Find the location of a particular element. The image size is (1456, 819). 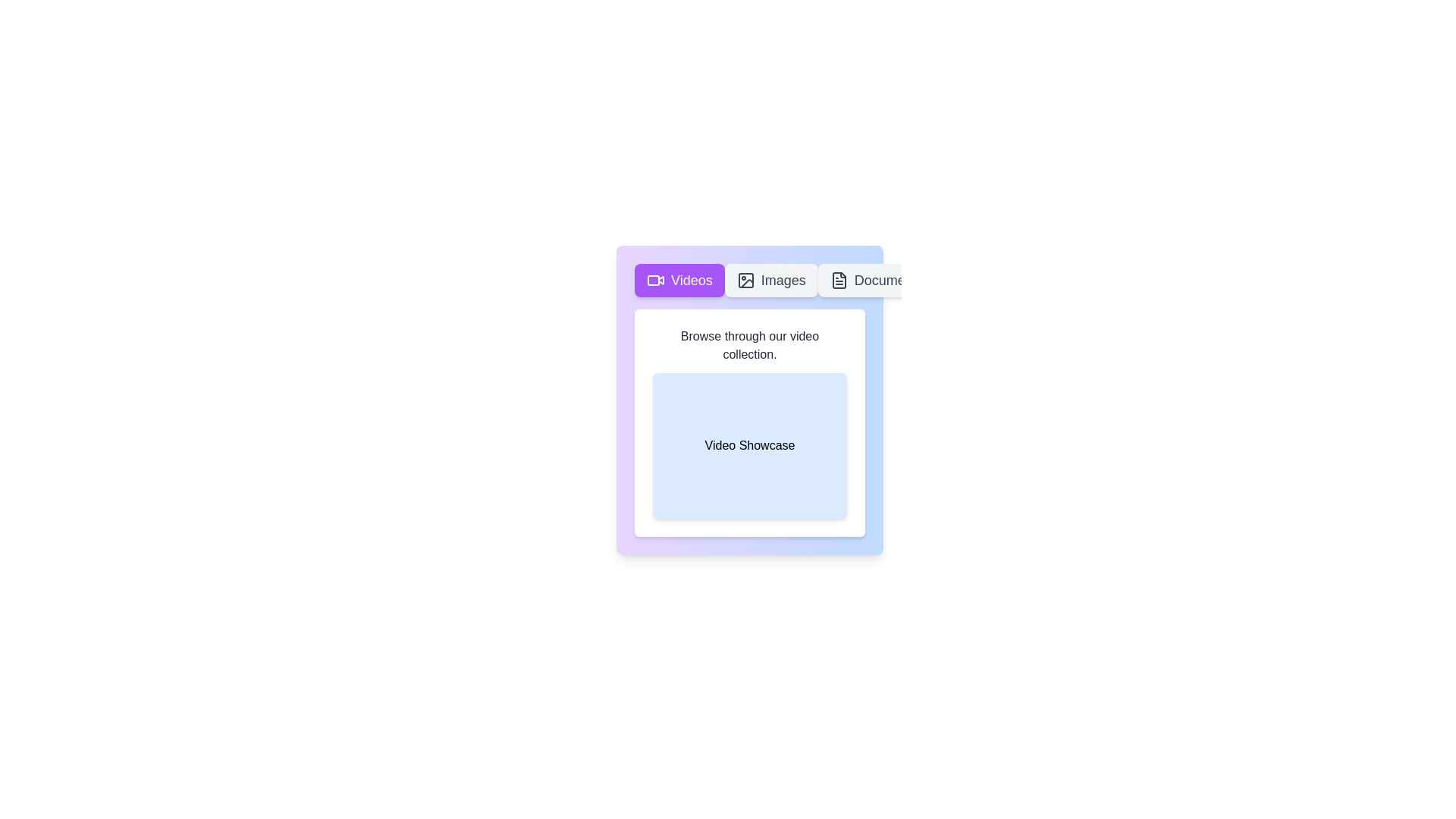

the static text label in the leftmost button of the horizontal navigation bar that identifies a video-related navigation option is located at coordinates (691, 281).